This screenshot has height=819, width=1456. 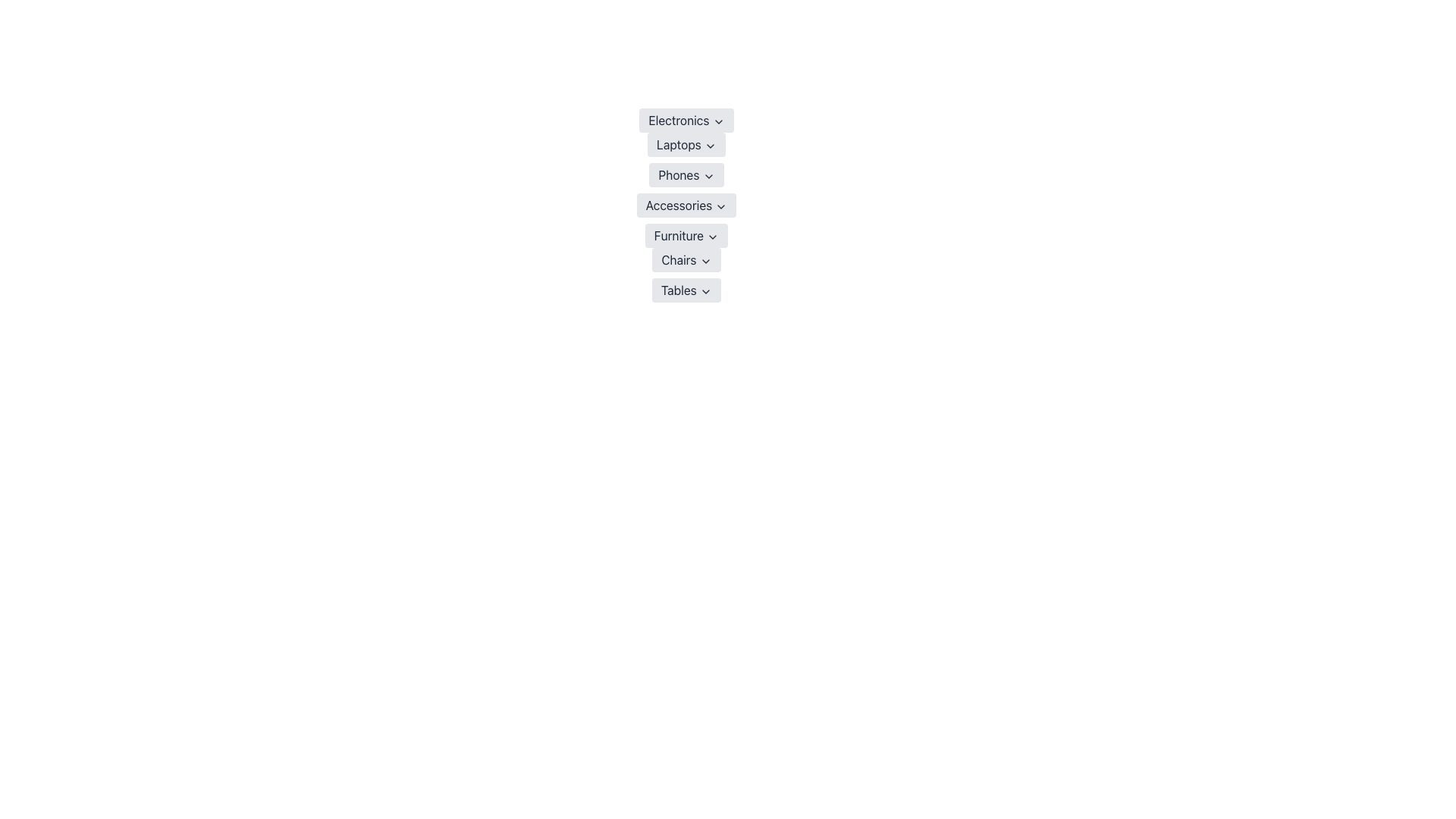 What do you see at coordinates (717, 121) in the screenshot?
I see `the Dropdown indicator icon located at the far right side of the 'Electronics' button` at bounding box center [717, 121].